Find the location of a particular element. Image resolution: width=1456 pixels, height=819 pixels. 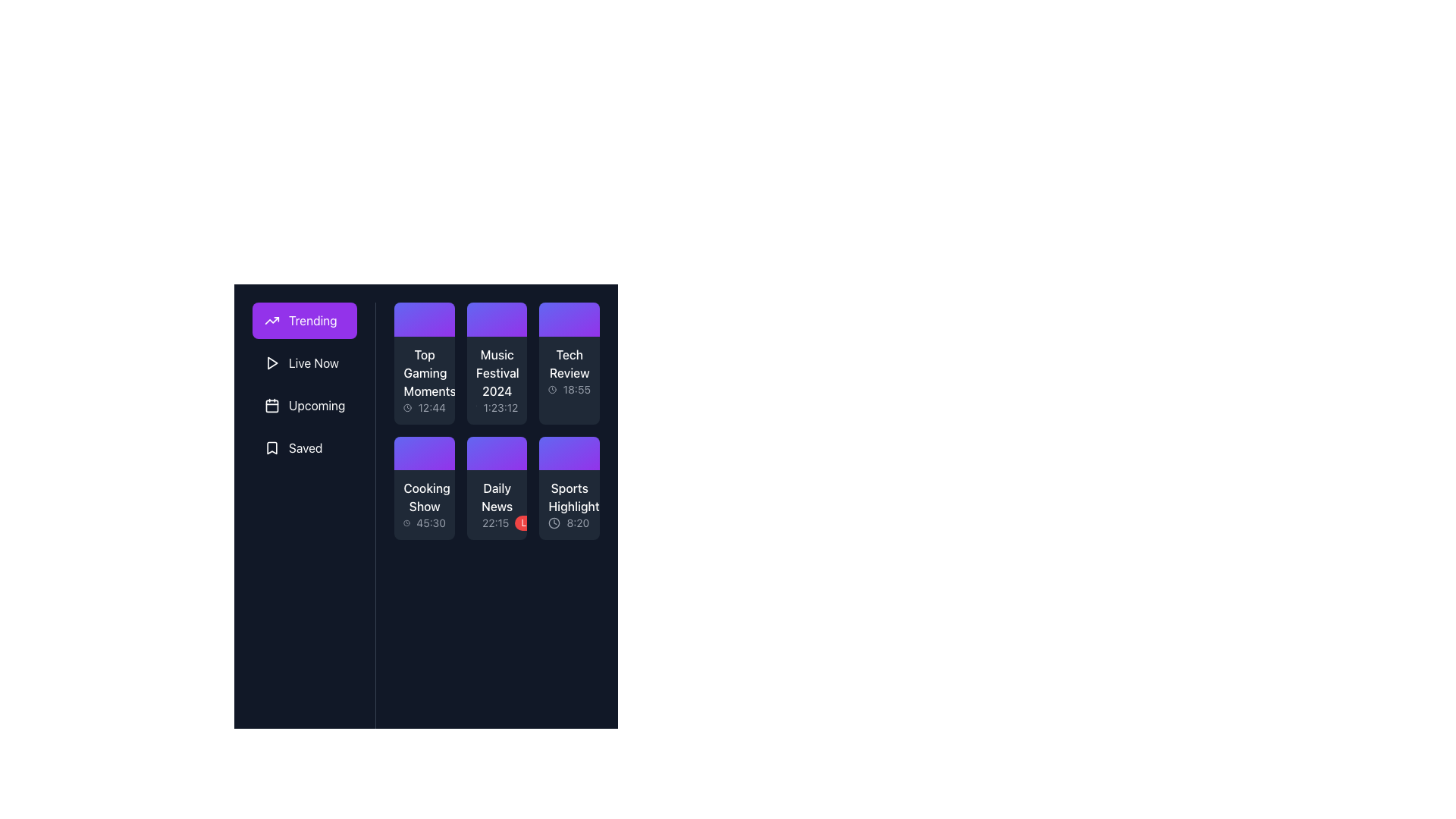

the text display element that serves as a title for the 'Cooking Show' within the 'Trending' grid section is located at coordinates (425, 497).